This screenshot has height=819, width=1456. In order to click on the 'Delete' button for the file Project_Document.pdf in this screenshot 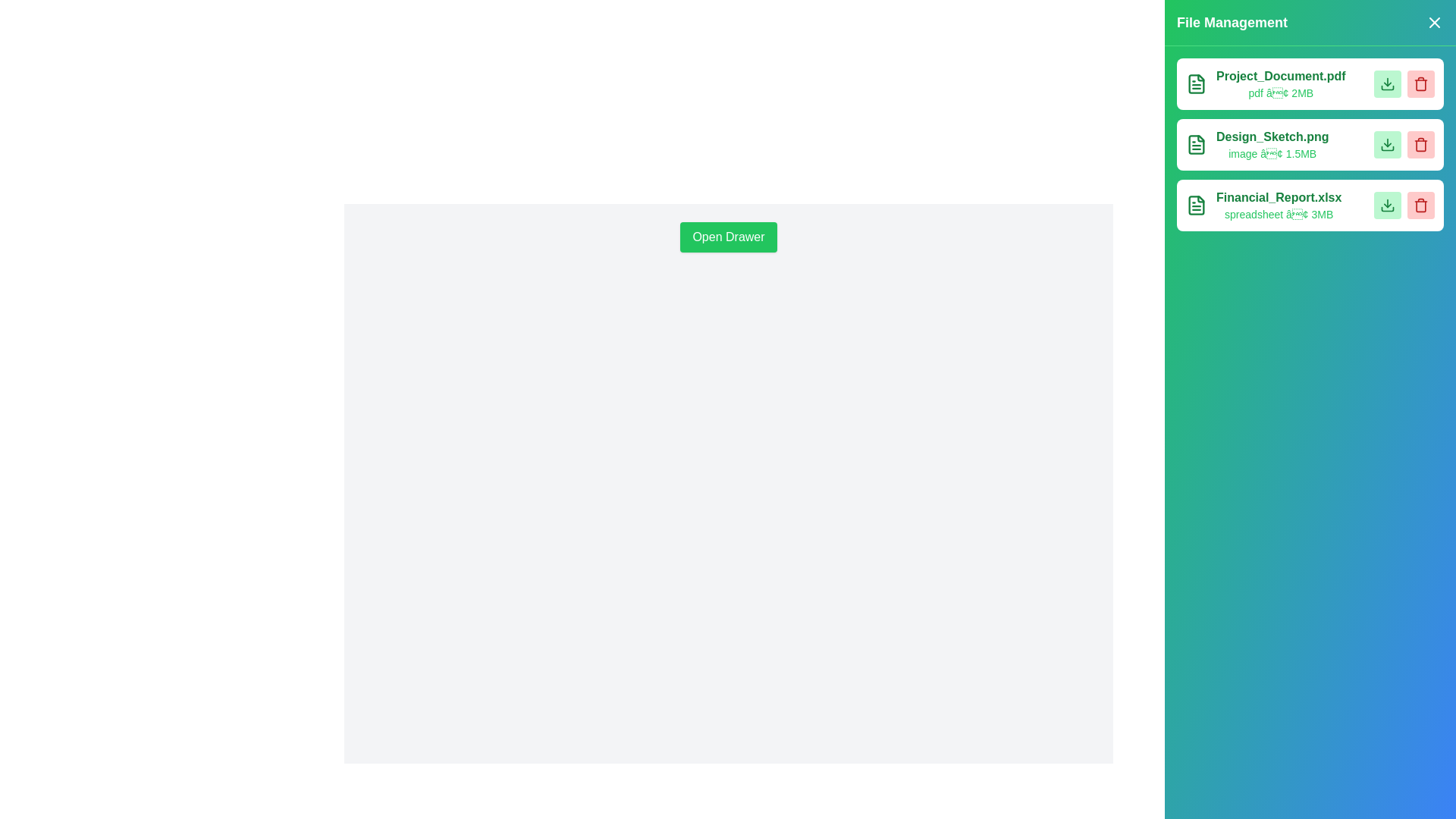, I will do `click(1420, 84)`.